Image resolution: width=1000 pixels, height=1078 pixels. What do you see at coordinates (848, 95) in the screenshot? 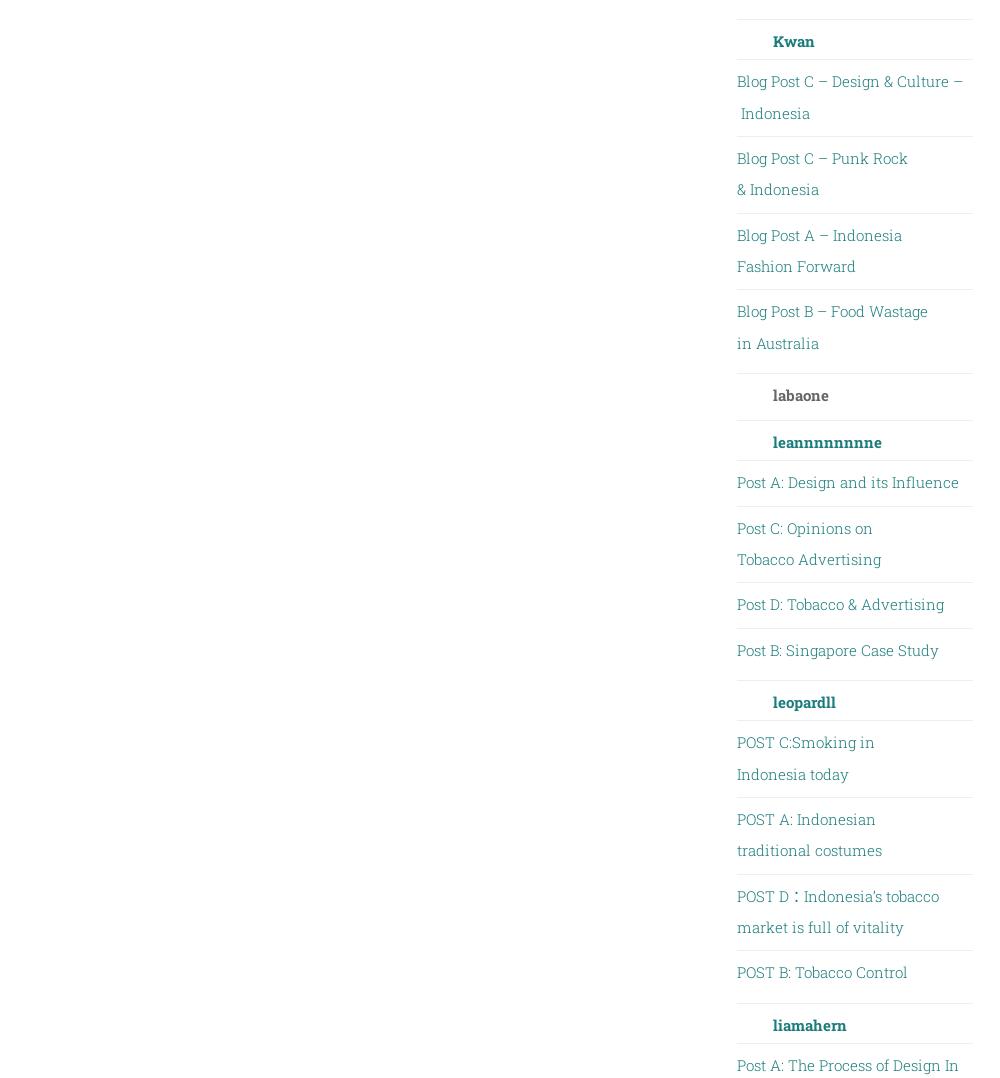
I see `'Blog Post C – Design & Culture – Indonesia'` at bounding box center [848, 95].